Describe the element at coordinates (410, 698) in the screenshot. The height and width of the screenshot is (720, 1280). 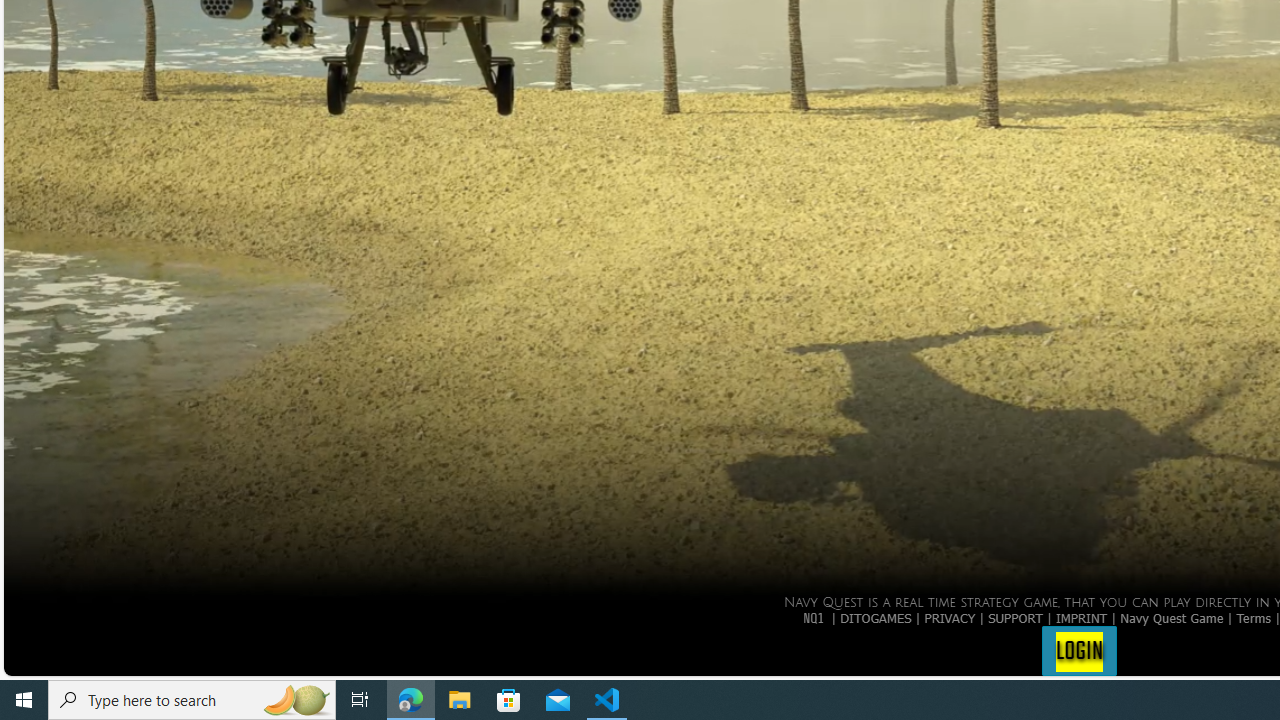
I see `'Microsoft Edge - 1 running window'` at that location.